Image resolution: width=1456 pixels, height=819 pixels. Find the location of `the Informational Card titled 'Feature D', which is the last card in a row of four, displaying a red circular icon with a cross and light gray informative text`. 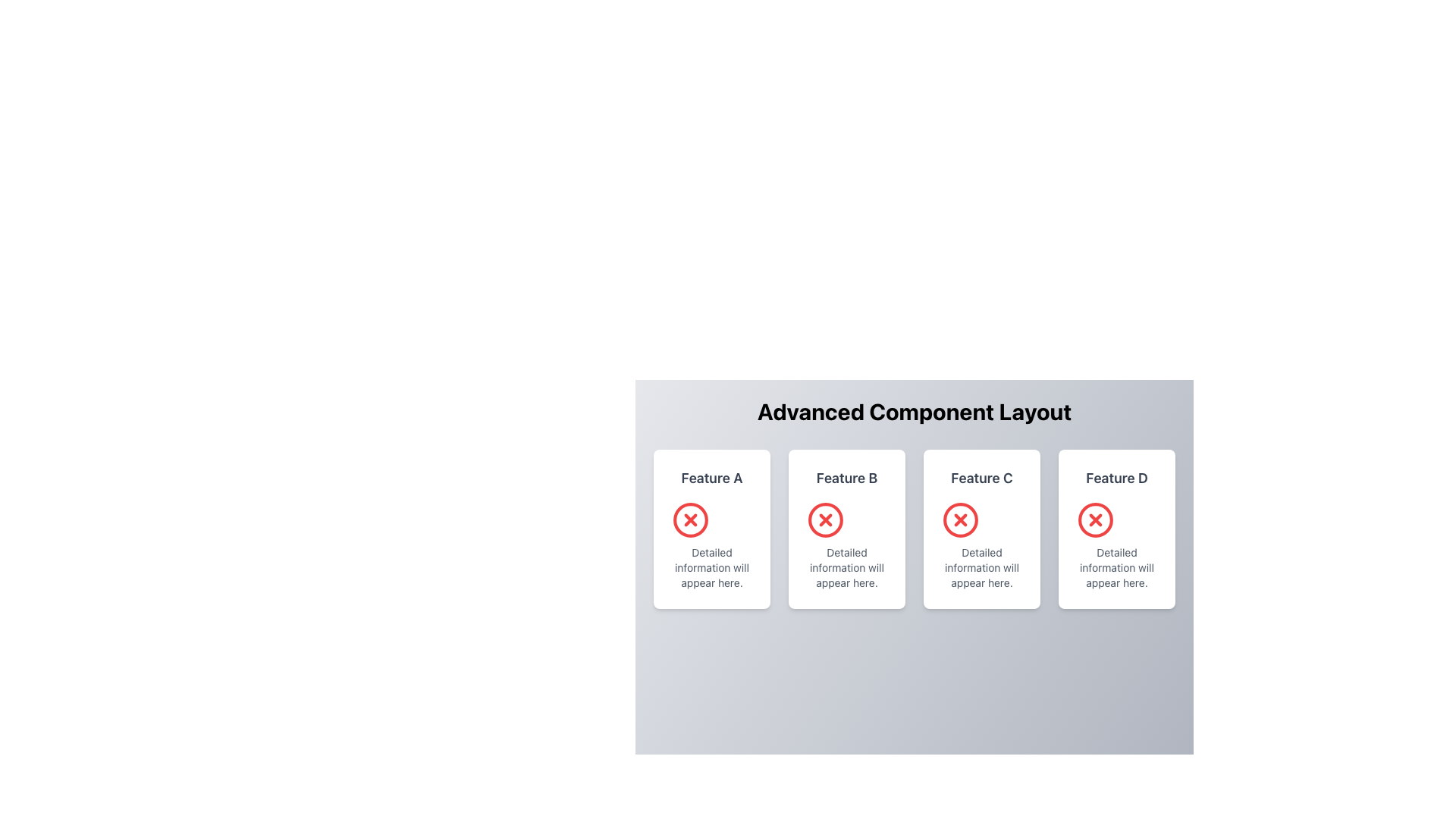

the Informational Card titled 'Feature D', which is the last card in a row of four, displaying a red circular icon with a cross and light gray informative text is located at coordinates (1117, 529).